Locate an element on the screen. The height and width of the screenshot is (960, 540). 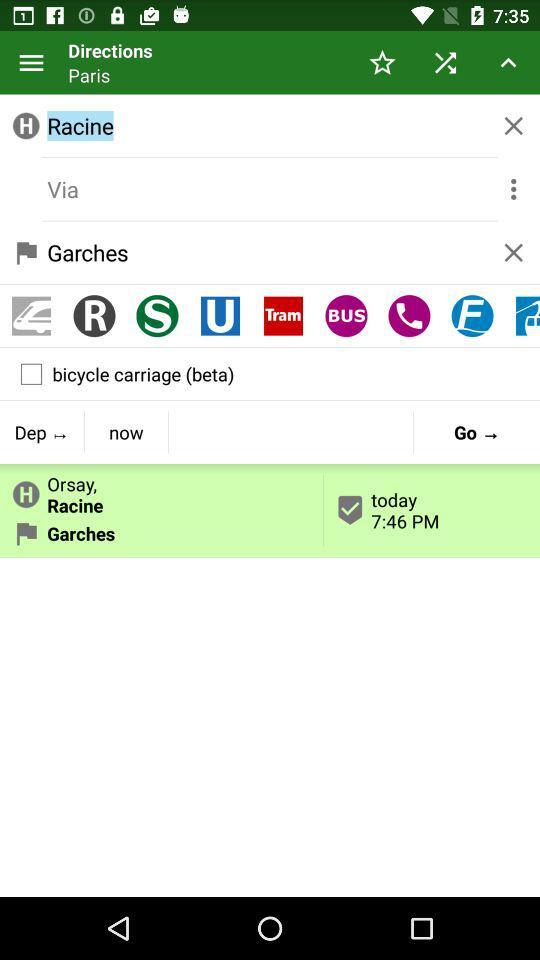
the bicycle carriage (beta) is located at coordinates (270, 373).